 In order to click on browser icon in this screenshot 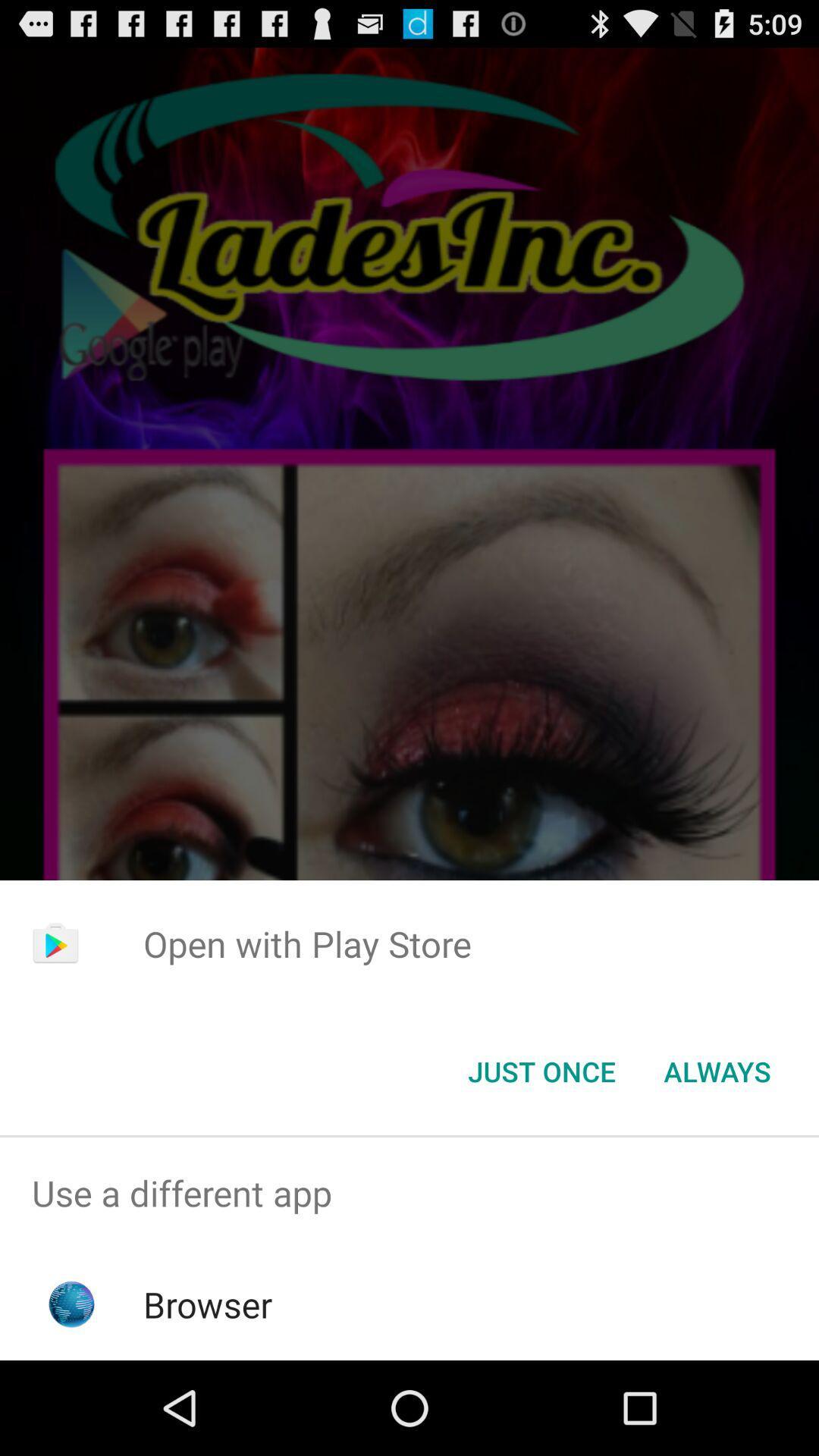, I will do `click(208, 1304)`.